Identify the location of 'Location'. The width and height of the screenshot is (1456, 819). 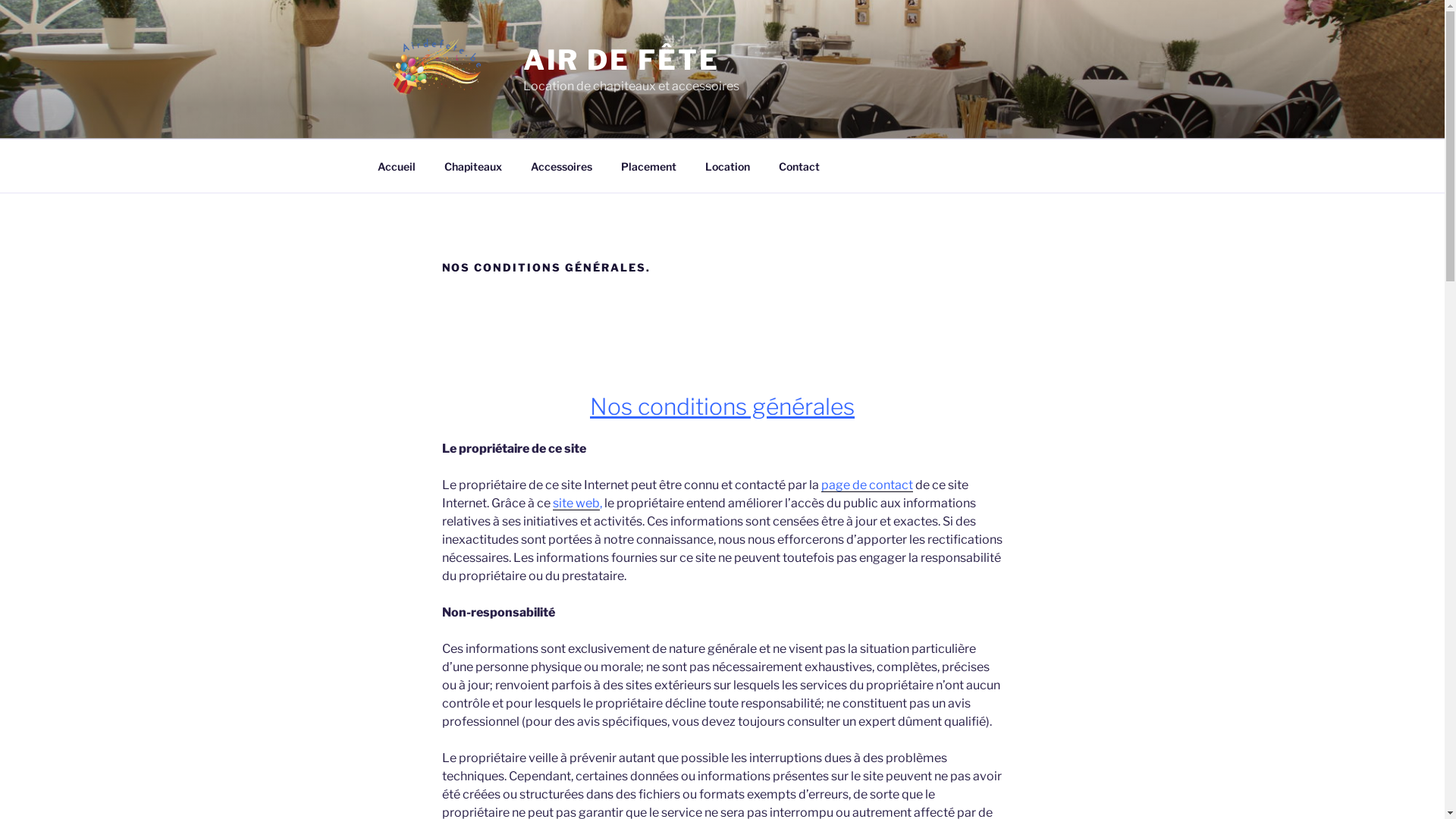
(726, 165).